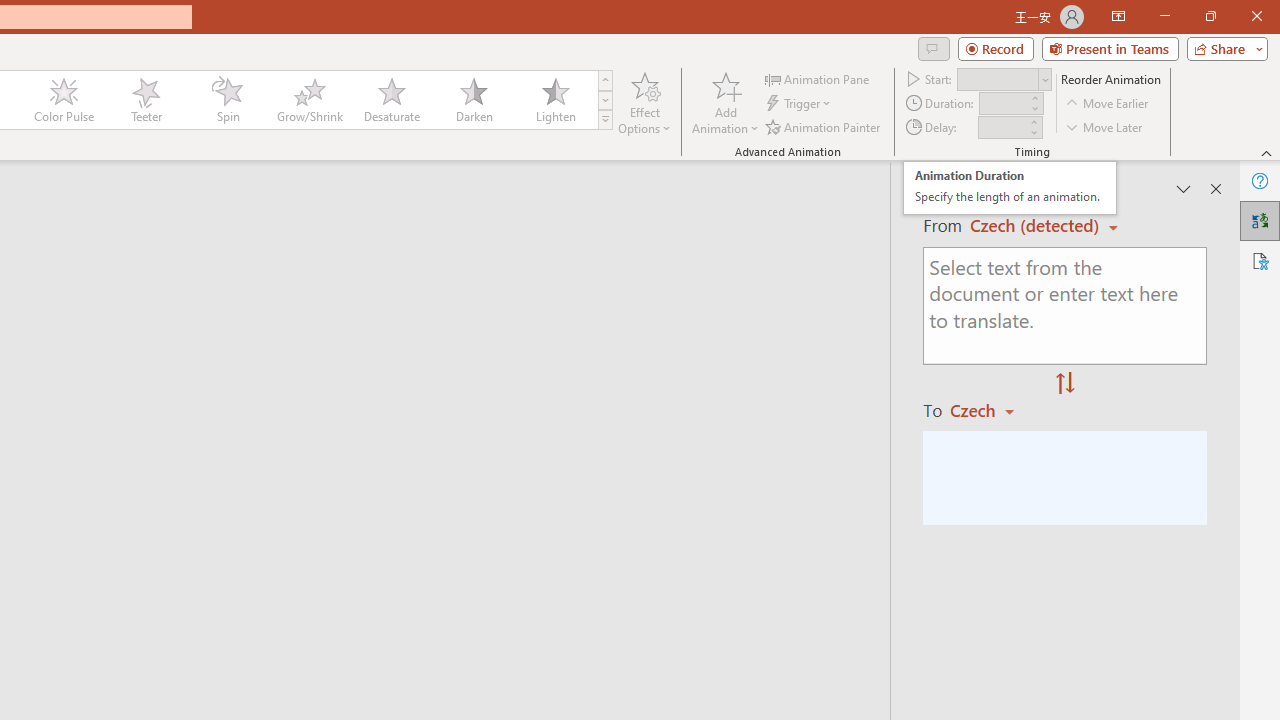  What do you see at coordinates (724, 103) in the screenshot?
I see `'Add Animation'` at bounding box center [724, 103].